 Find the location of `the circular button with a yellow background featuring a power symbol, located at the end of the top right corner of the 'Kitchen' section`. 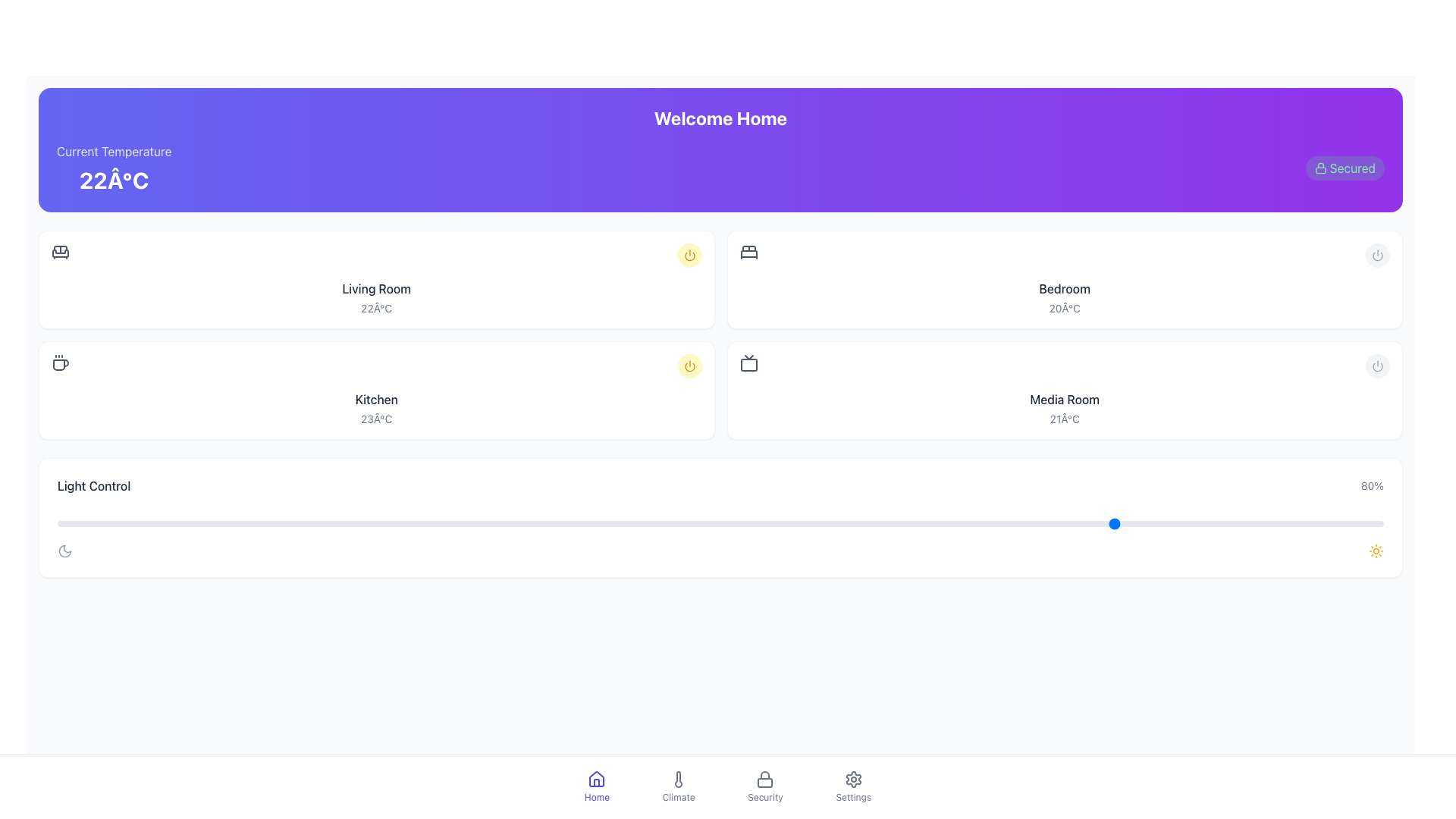

the circular button with a yellow background featuring a power symbol, located at the end of the top right corner of the 'Kitchen' section is located at coordinates (689, 366).